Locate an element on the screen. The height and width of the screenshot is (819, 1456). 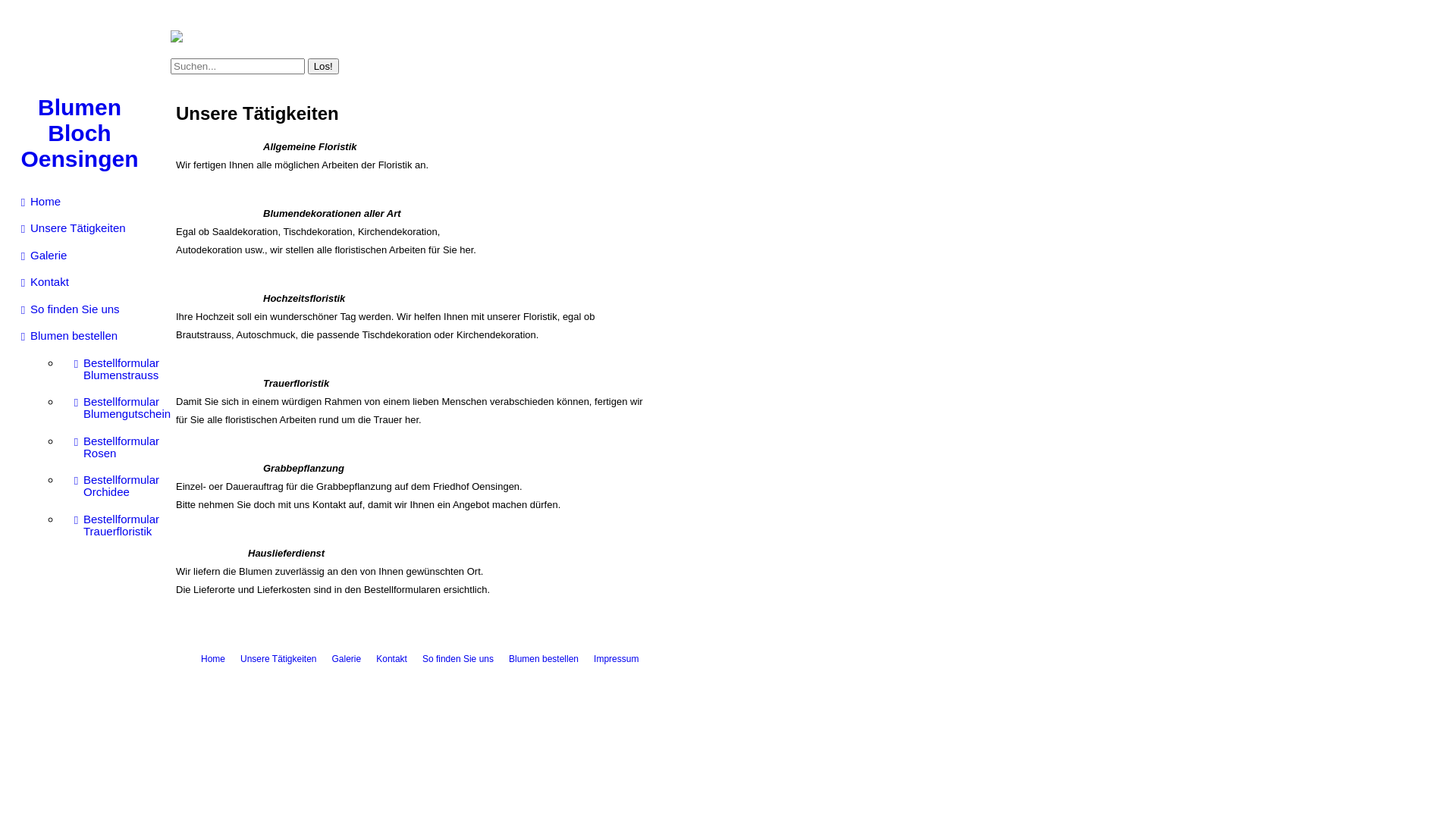
'Bestellformular Orchidee' is located at coordinates (65, 485).